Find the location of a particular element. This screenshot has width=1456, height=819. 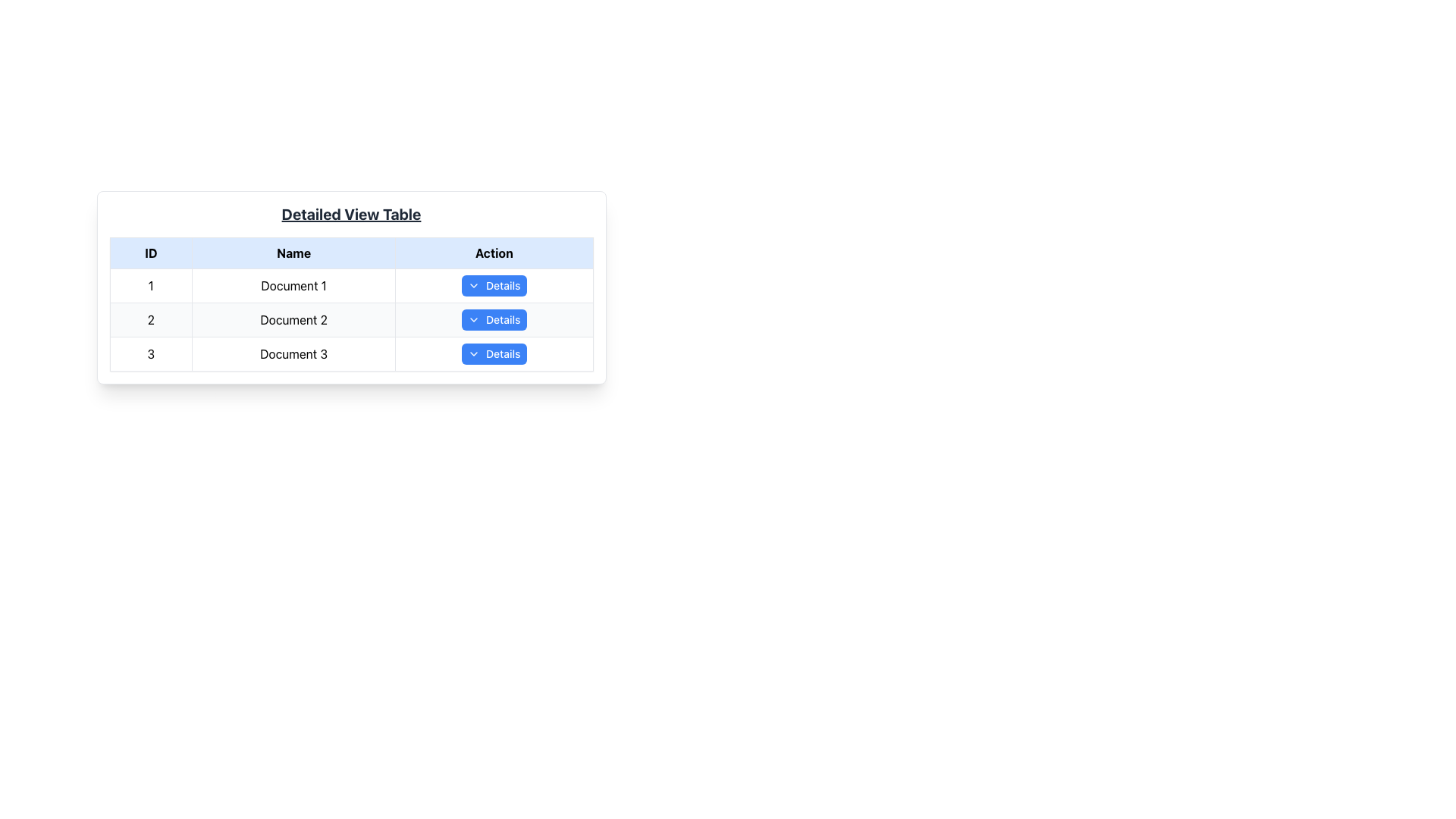

the Table Cell Text displaying the number '1' in the first cell of the first row of the 'Detailed View Table' is located at coordinates (151, 286).